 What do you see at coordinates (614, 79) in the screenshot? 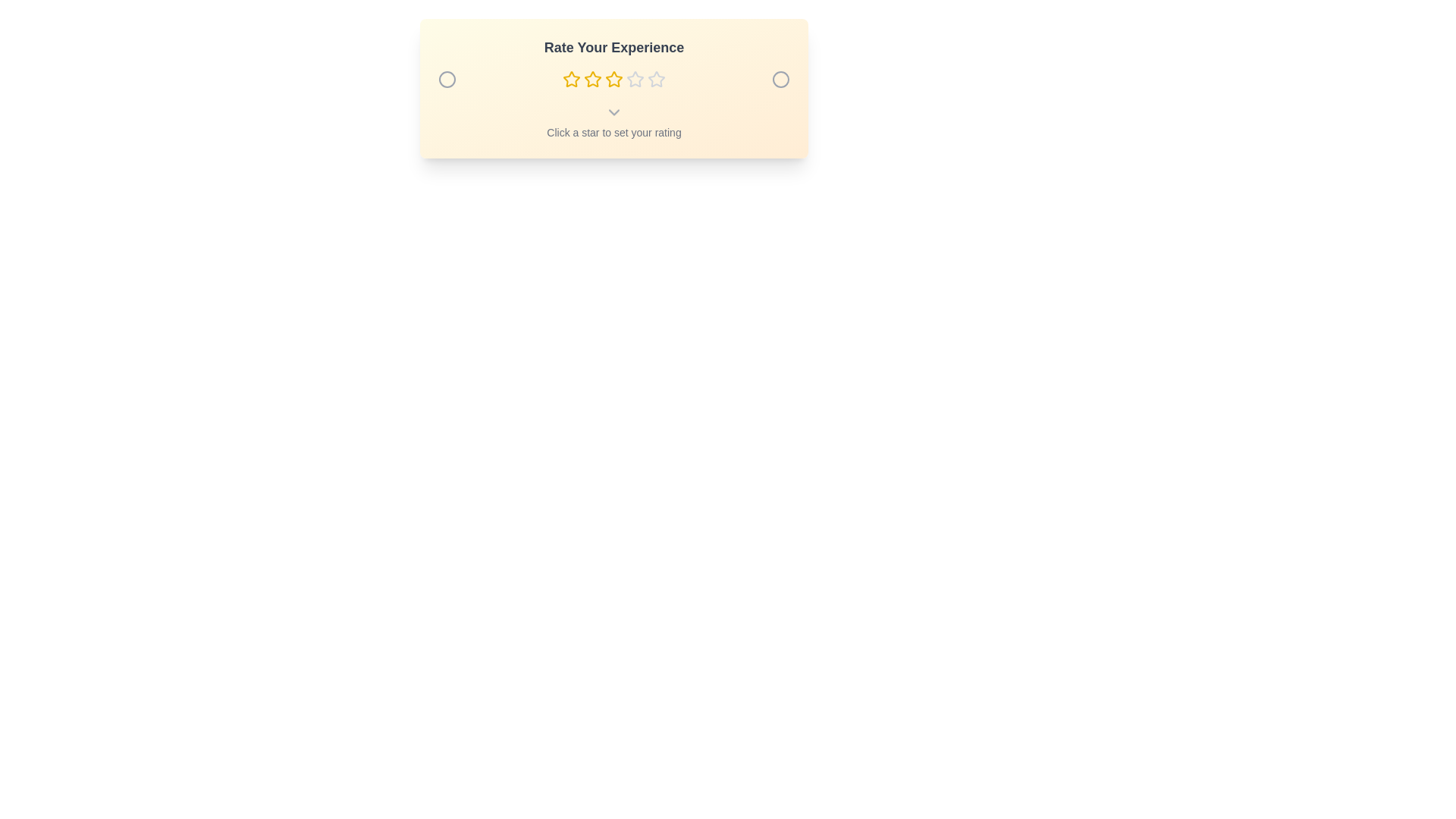
I see `the star representing the desired rating 3` at bounding box center [614, 79].